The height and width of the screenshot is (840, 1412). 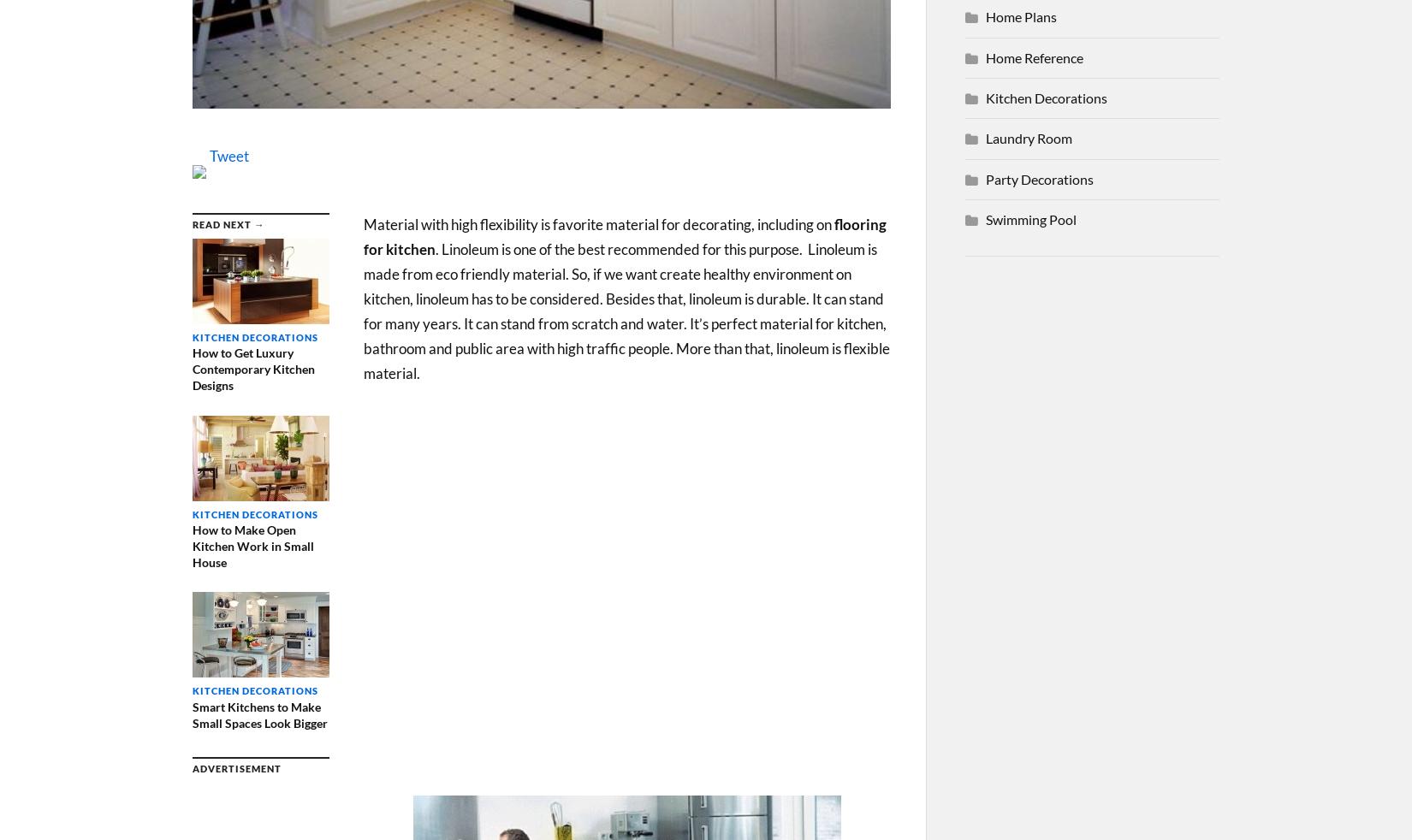 I want to click on 'Party Decorations', so click(x=1040, y=177).